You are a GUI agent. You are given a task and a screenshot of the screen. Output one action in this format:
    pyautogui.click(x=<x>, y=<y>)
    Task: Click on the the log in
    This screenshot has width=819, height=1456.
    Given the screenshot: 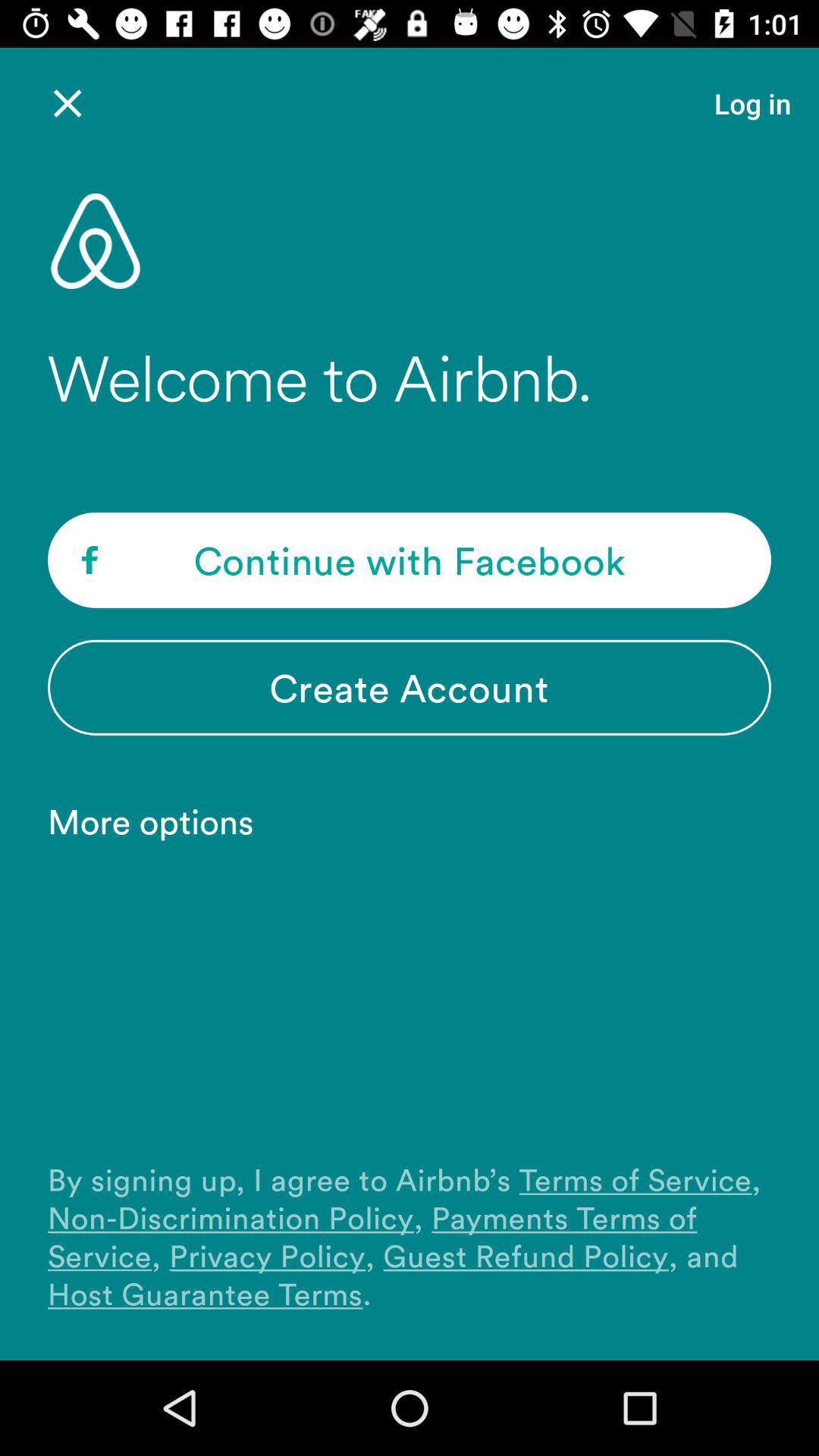 What is the action you would take?
    pyautogui.click(x=752, y=102)
    